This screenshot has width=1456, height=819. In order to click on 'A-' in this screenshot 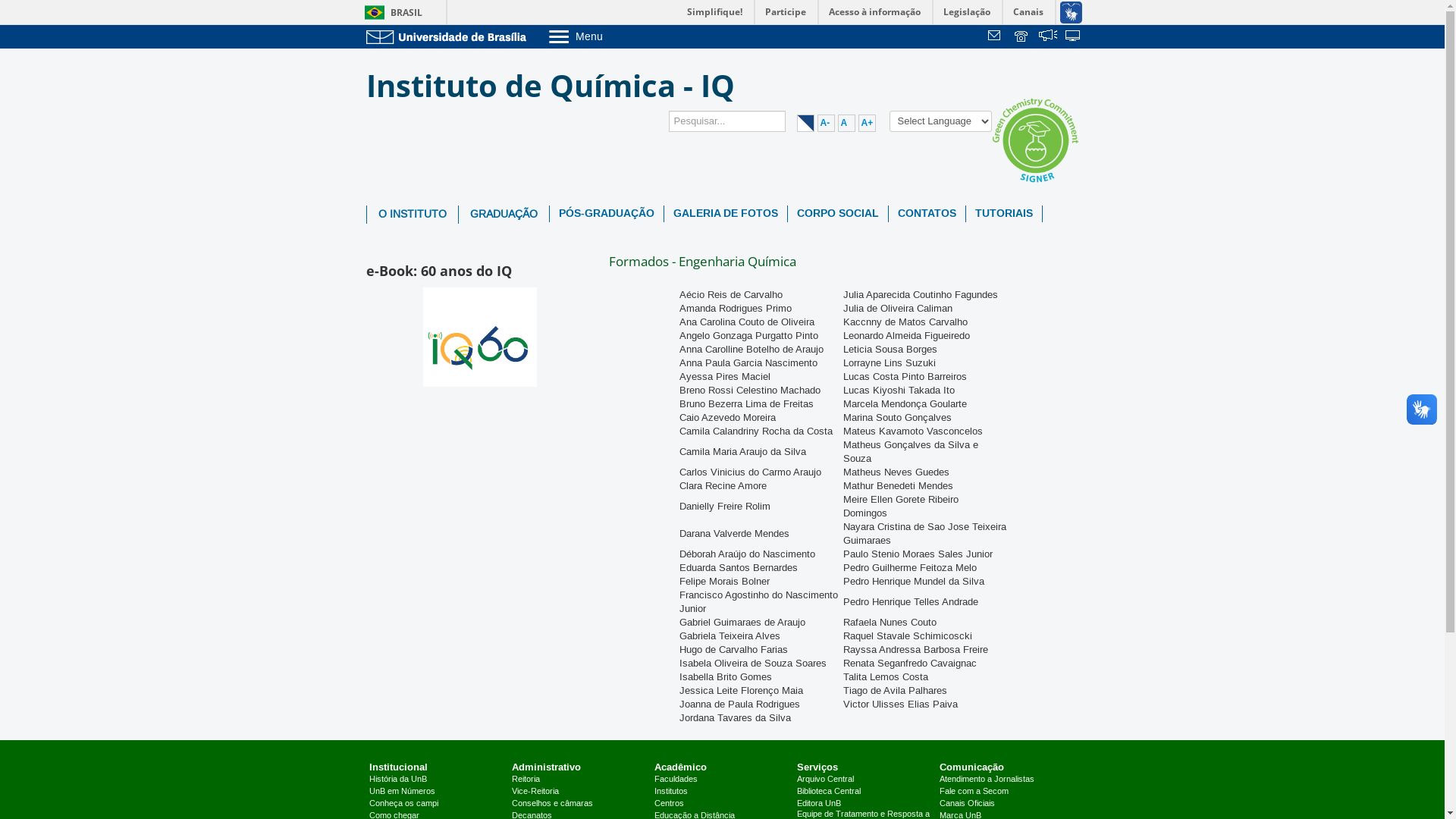, I will do `click(825, 122)`.